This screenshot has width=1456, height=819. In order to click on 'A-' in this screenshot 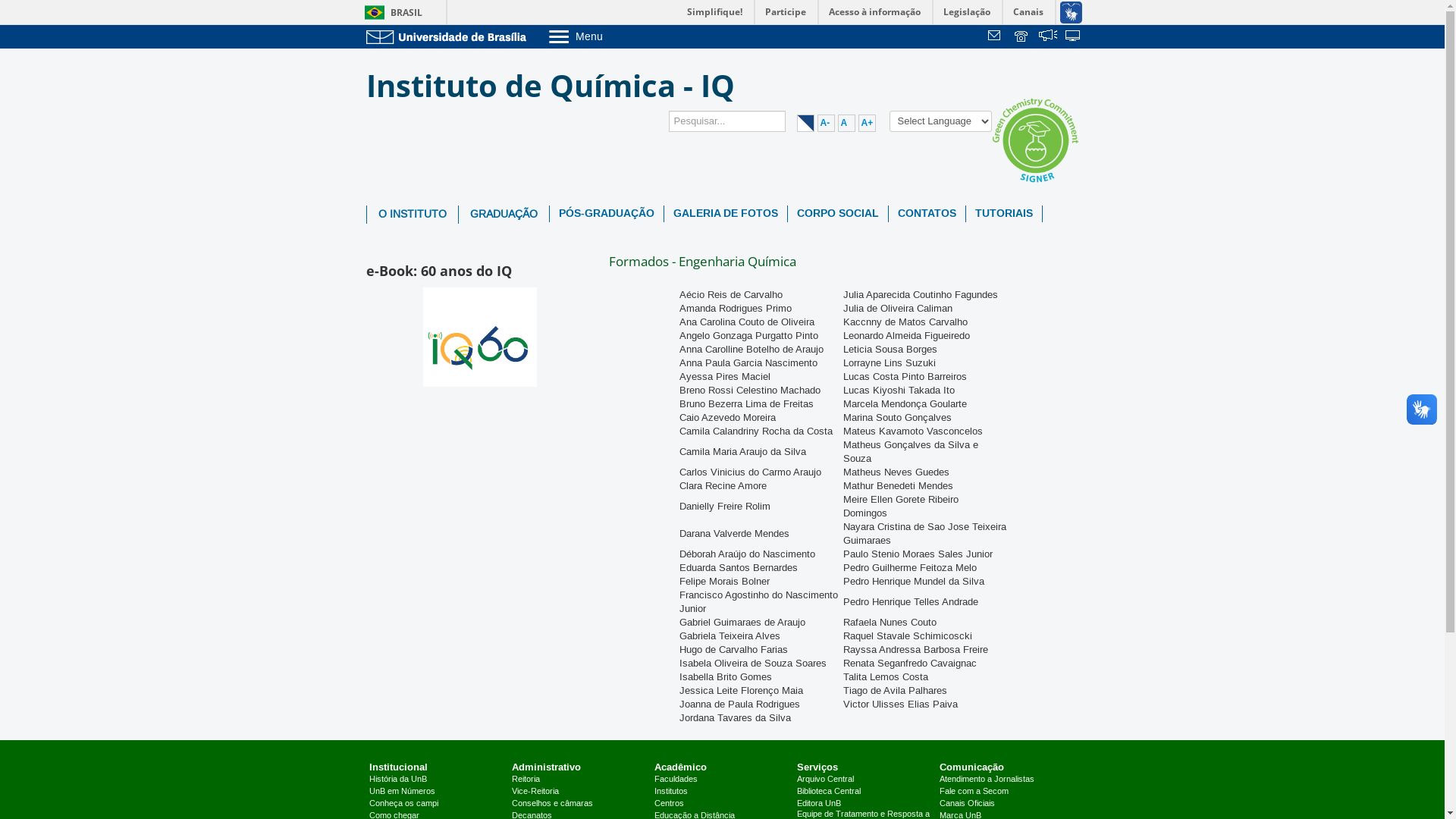, I will do `click(825, 122)`.